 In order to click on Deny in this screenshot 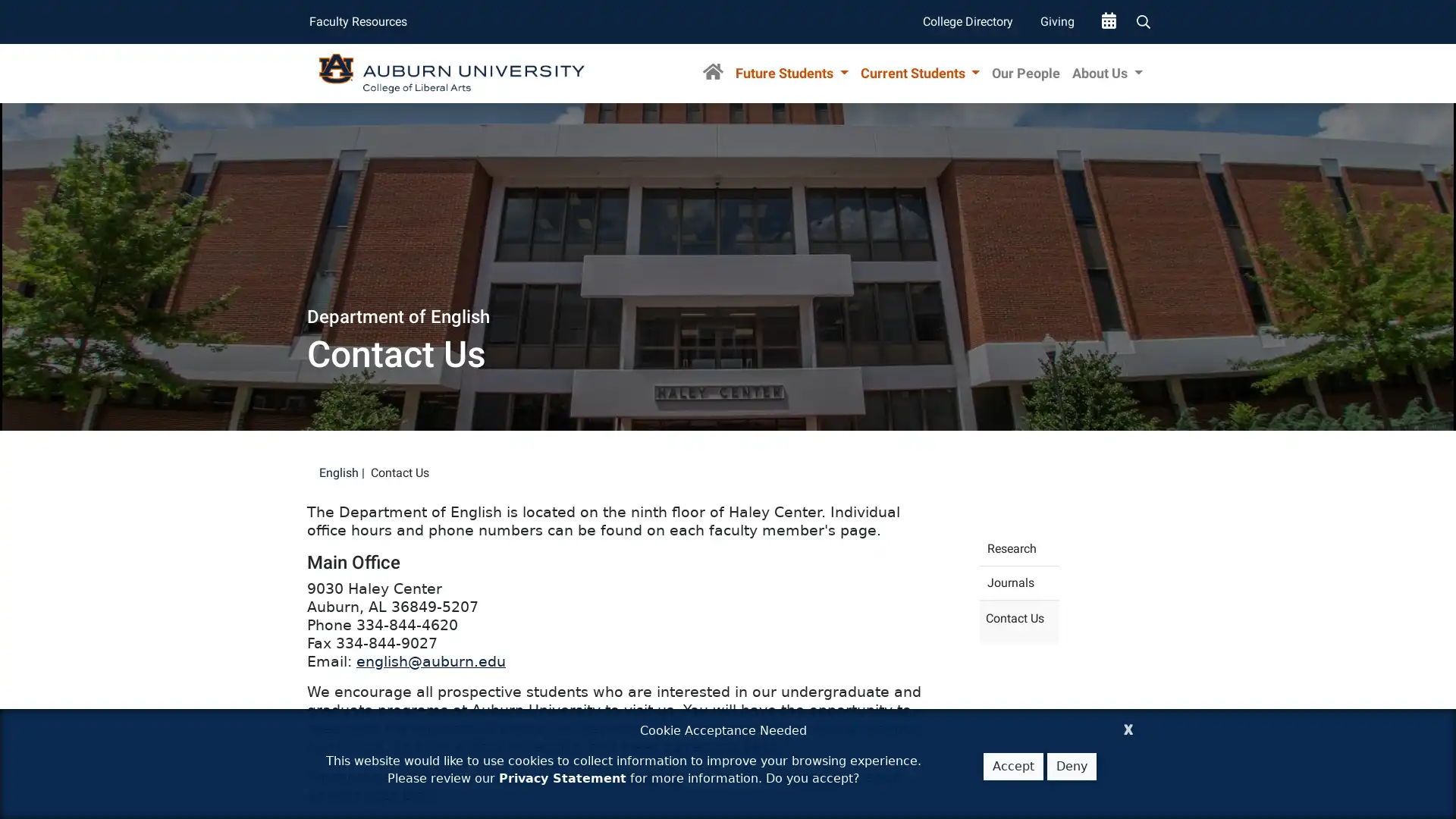, I will do `click(1071, 766)`.